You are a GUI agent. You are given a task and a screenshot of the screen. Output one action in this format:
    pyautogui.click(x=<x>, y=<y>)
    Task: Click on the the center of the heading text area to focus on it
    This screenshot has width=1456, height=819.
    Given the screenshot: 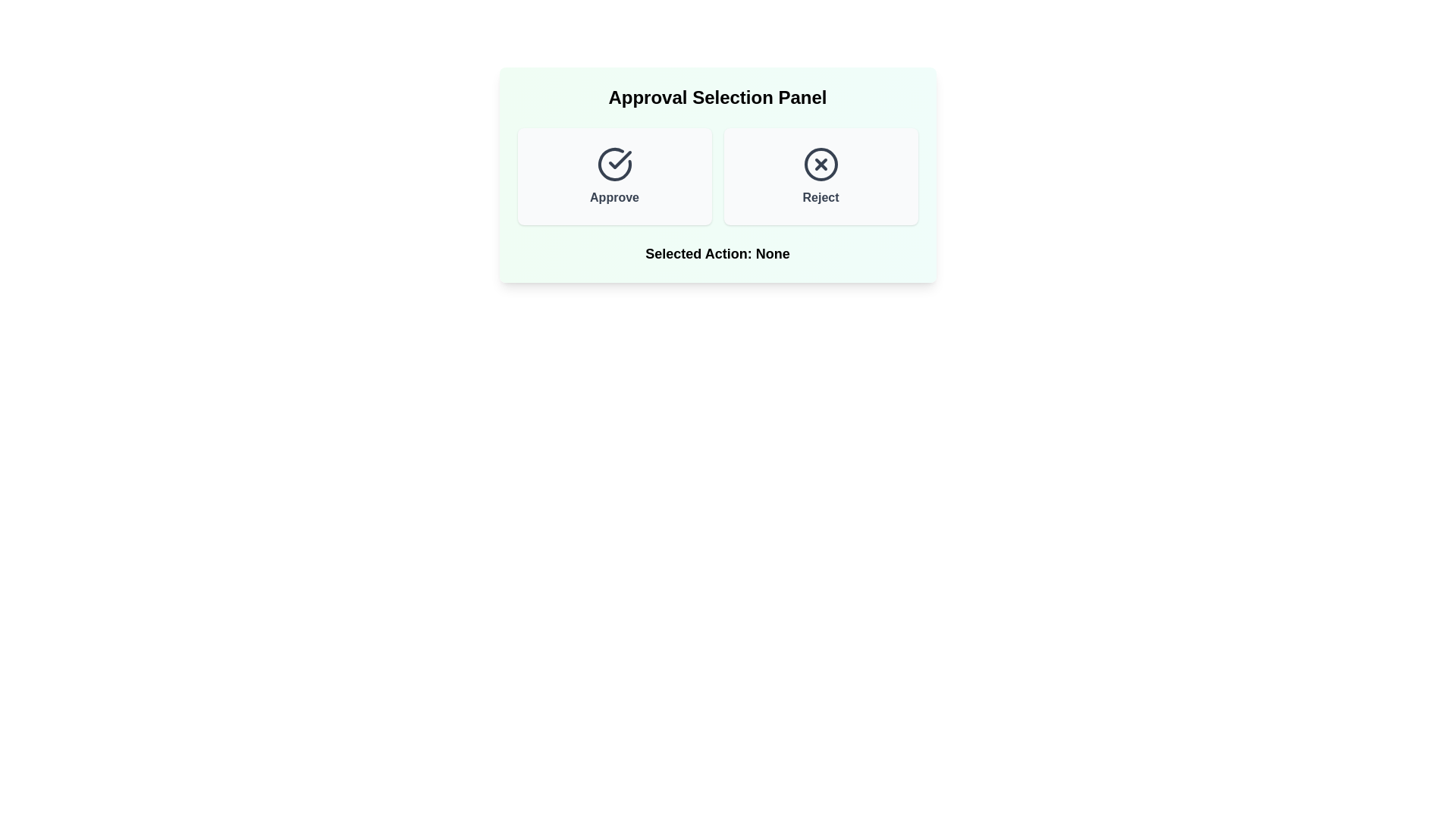 What is the action you would take?
    pyautogui.click(x=717, y=97)
    